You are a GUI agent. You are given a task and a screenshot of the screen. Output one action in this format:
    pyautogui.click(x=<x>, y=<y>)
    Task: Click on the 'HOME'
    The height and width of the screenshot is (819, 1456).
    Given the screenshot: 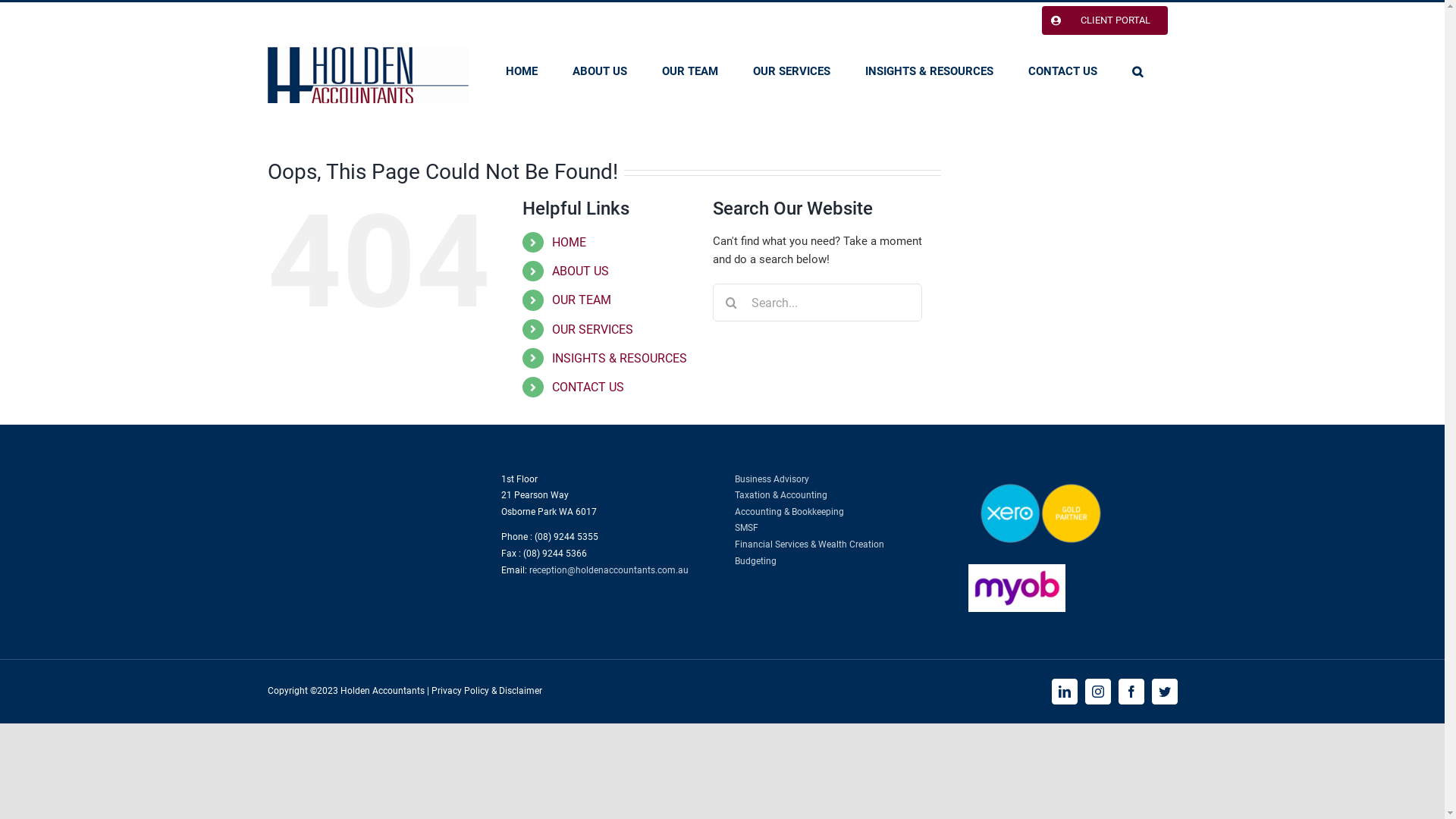 What is the action you would take?
    pyautogui.click(x=520, y=71)
    